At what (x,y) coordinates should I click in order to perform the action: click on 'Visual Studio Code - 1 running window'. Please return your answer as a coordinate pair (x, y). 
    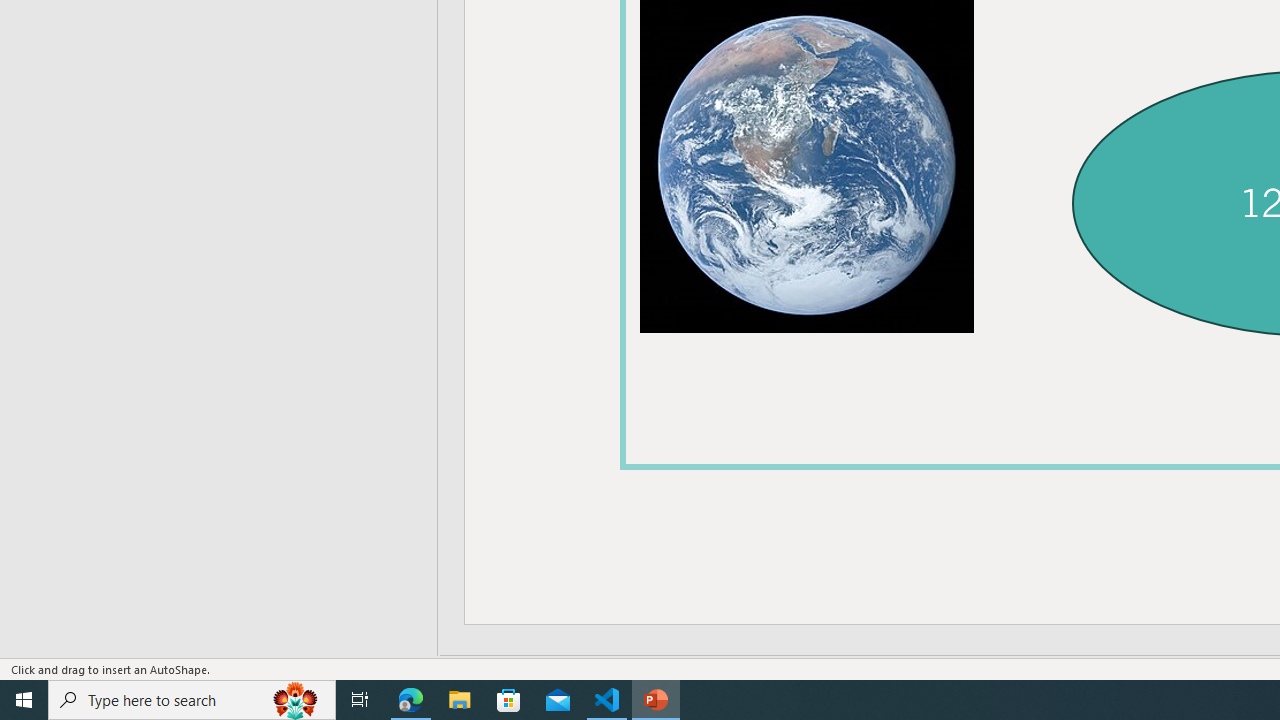
    Looking at the image, I should click on (606, 698).